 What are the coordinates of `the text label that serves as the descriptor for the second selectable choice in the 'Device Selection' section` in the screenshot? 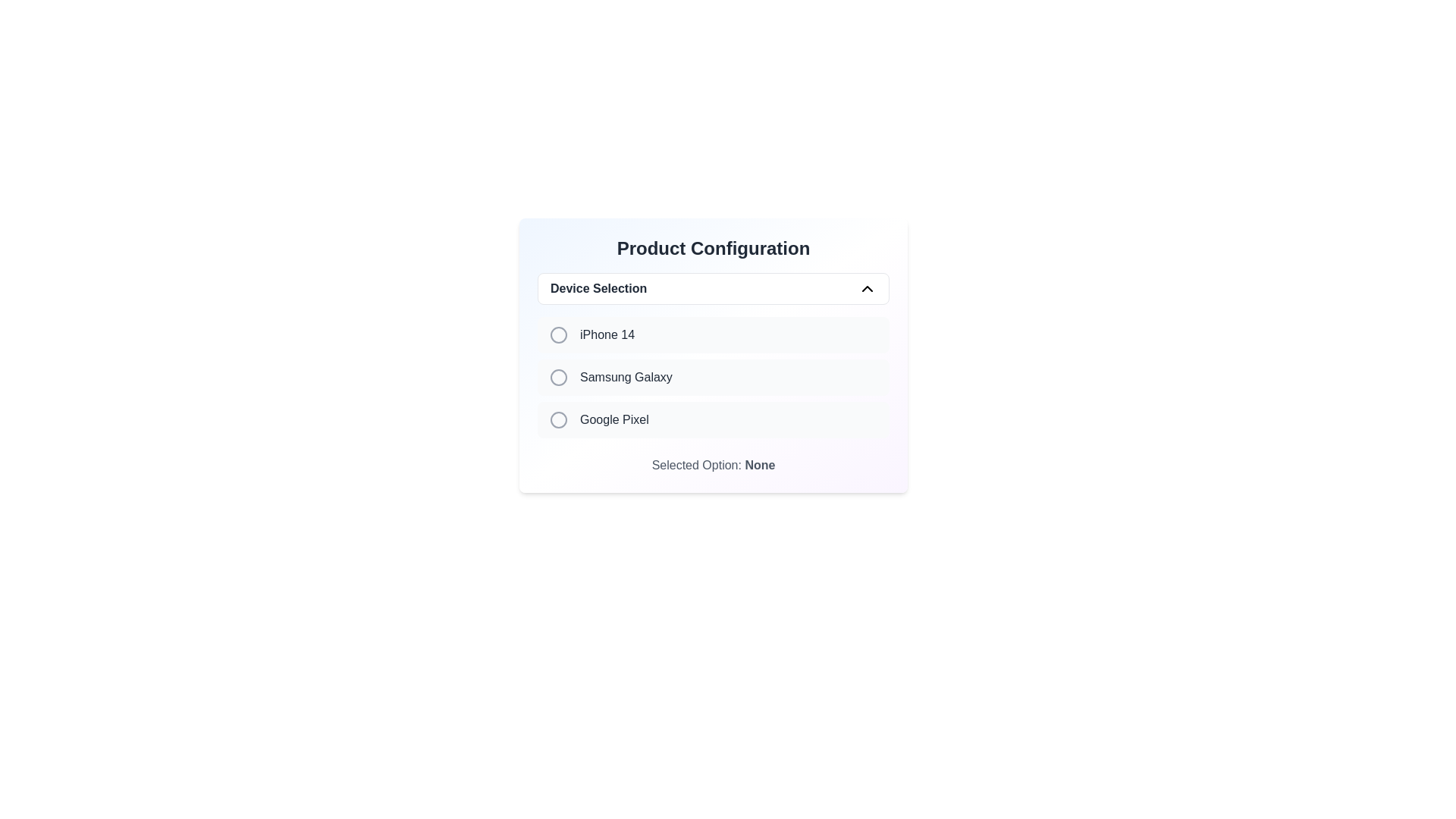 It's located at (626, 376).